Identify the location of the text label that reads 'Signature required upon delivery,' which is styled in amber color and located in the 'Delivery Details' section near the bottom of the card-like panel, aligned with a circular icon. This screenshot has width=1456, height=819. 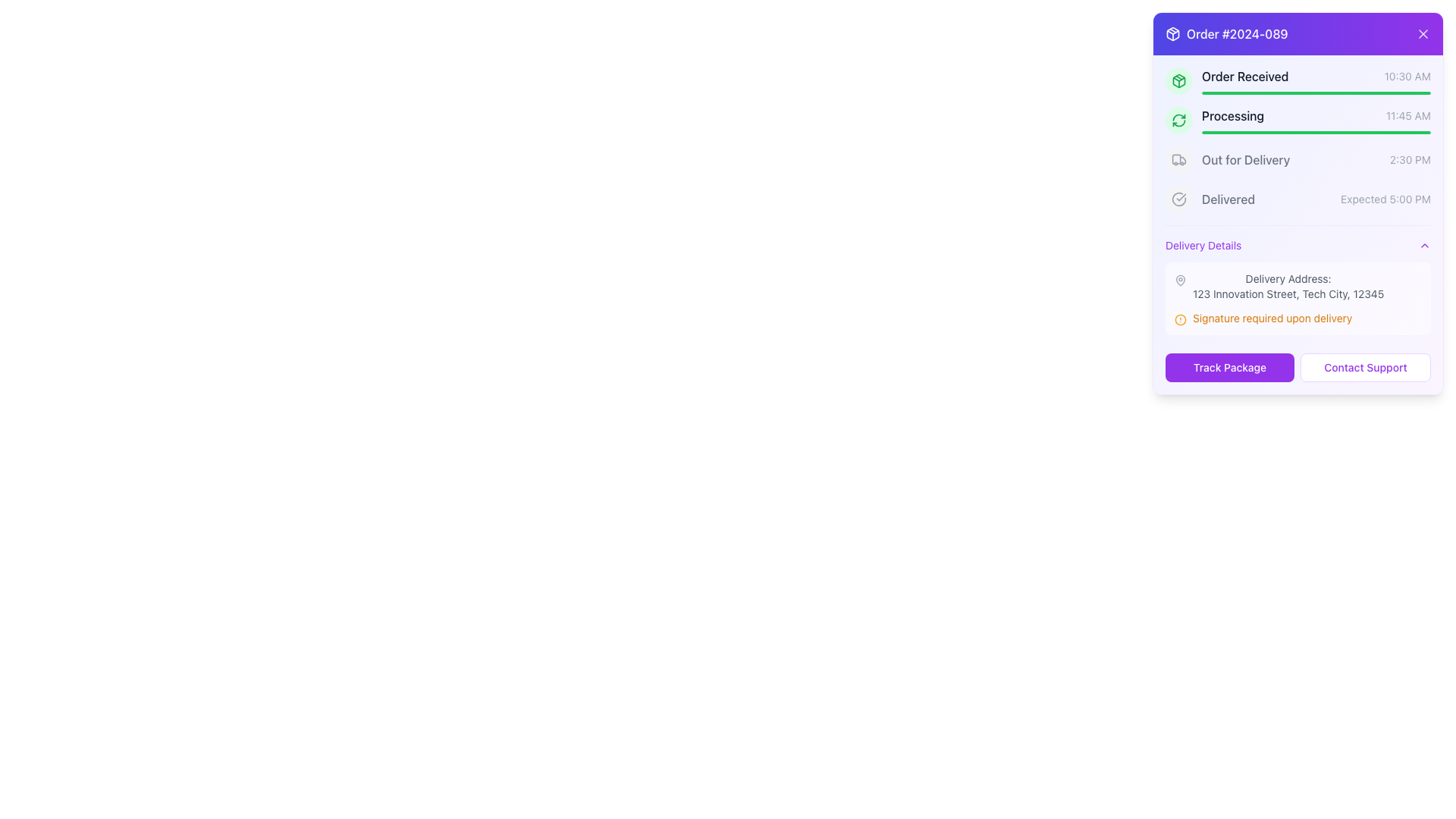
(1272, 318).